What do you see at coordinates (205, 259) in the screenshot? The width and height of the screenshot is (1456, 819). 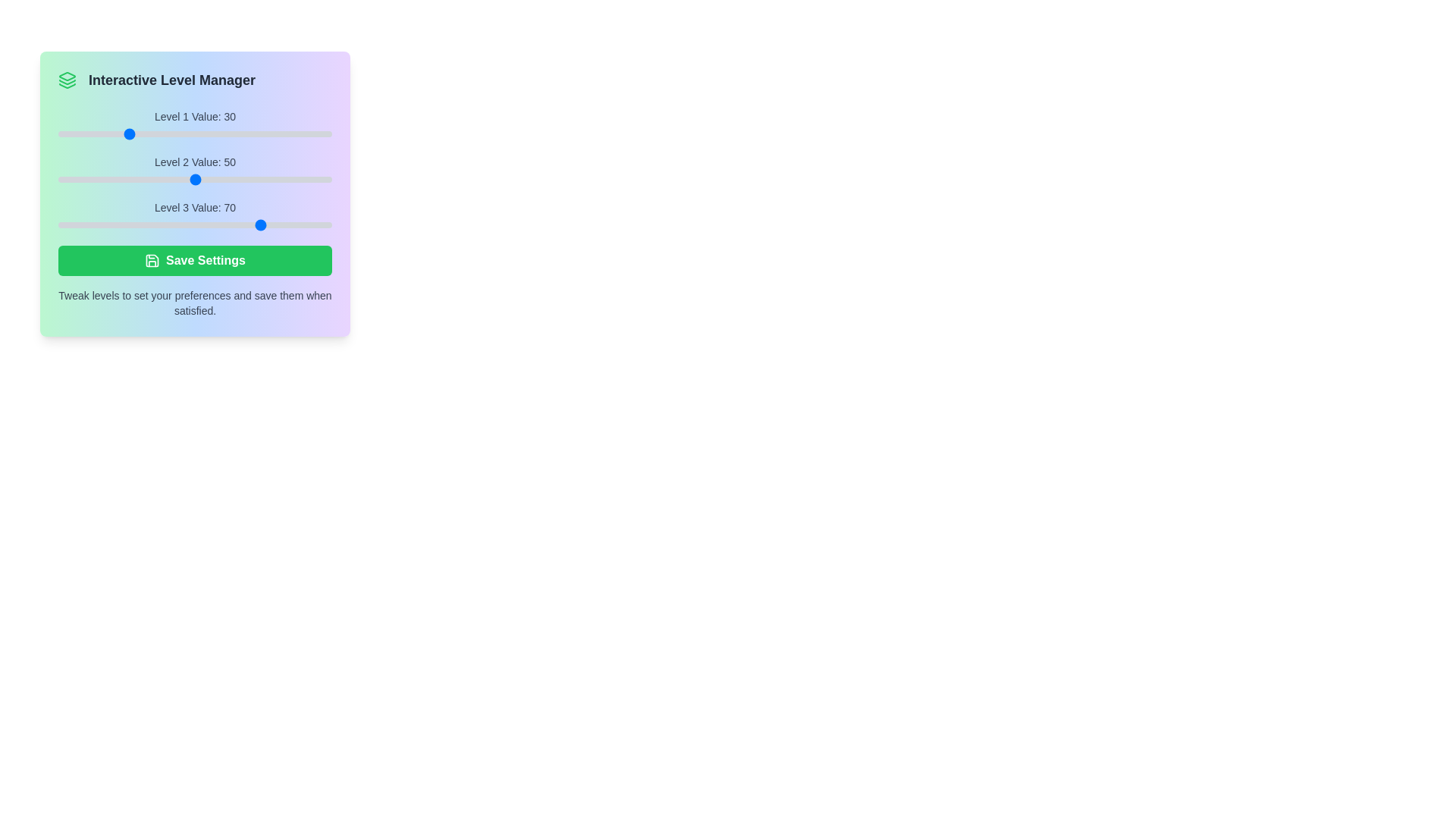 I see `the 'Save Settings' text within the green button` at bounding box center [205, 259].